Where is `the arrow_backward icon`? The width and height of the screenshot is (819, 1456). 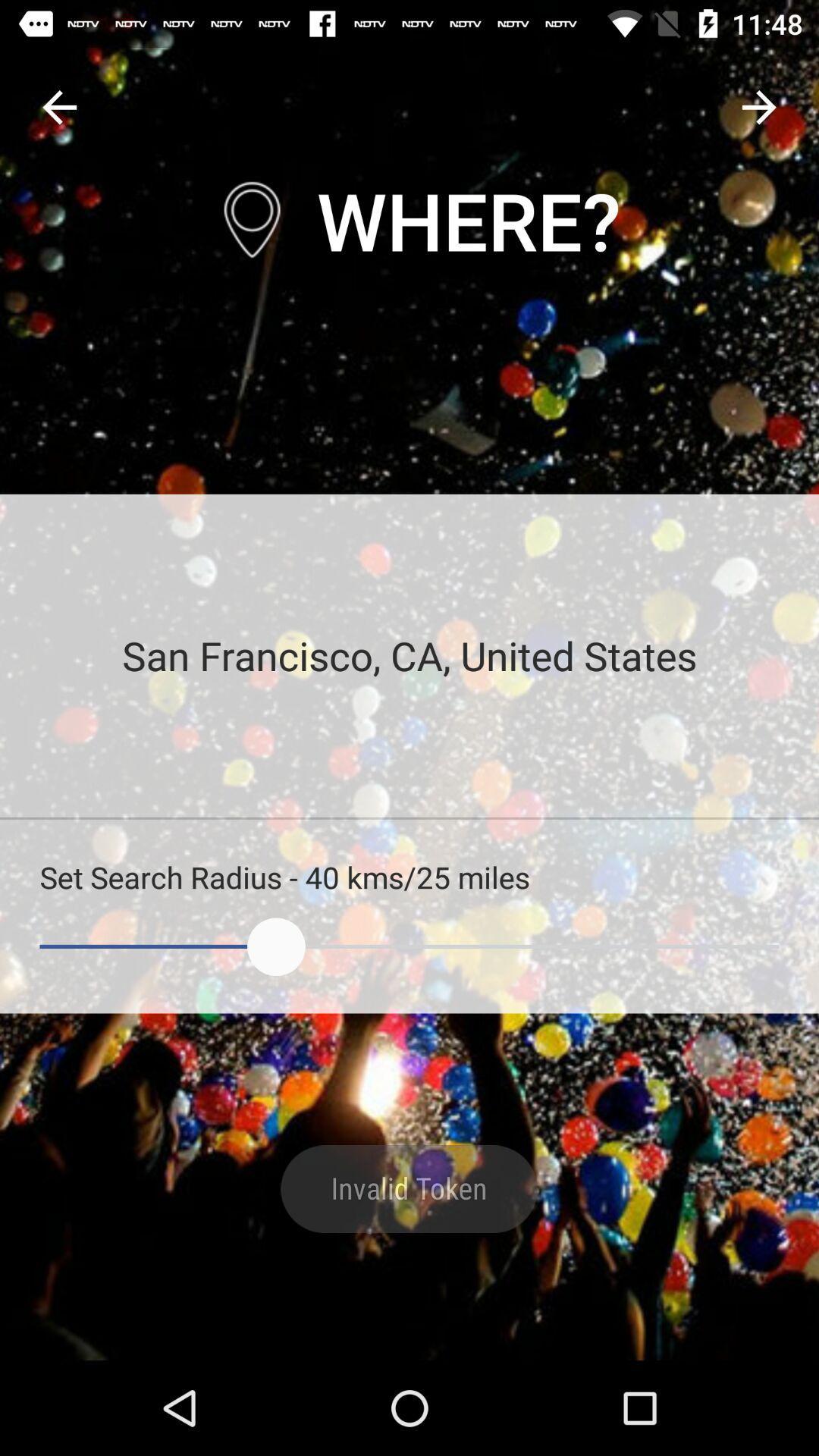 the arrow_backward icon is located at coordinates (58, 106).